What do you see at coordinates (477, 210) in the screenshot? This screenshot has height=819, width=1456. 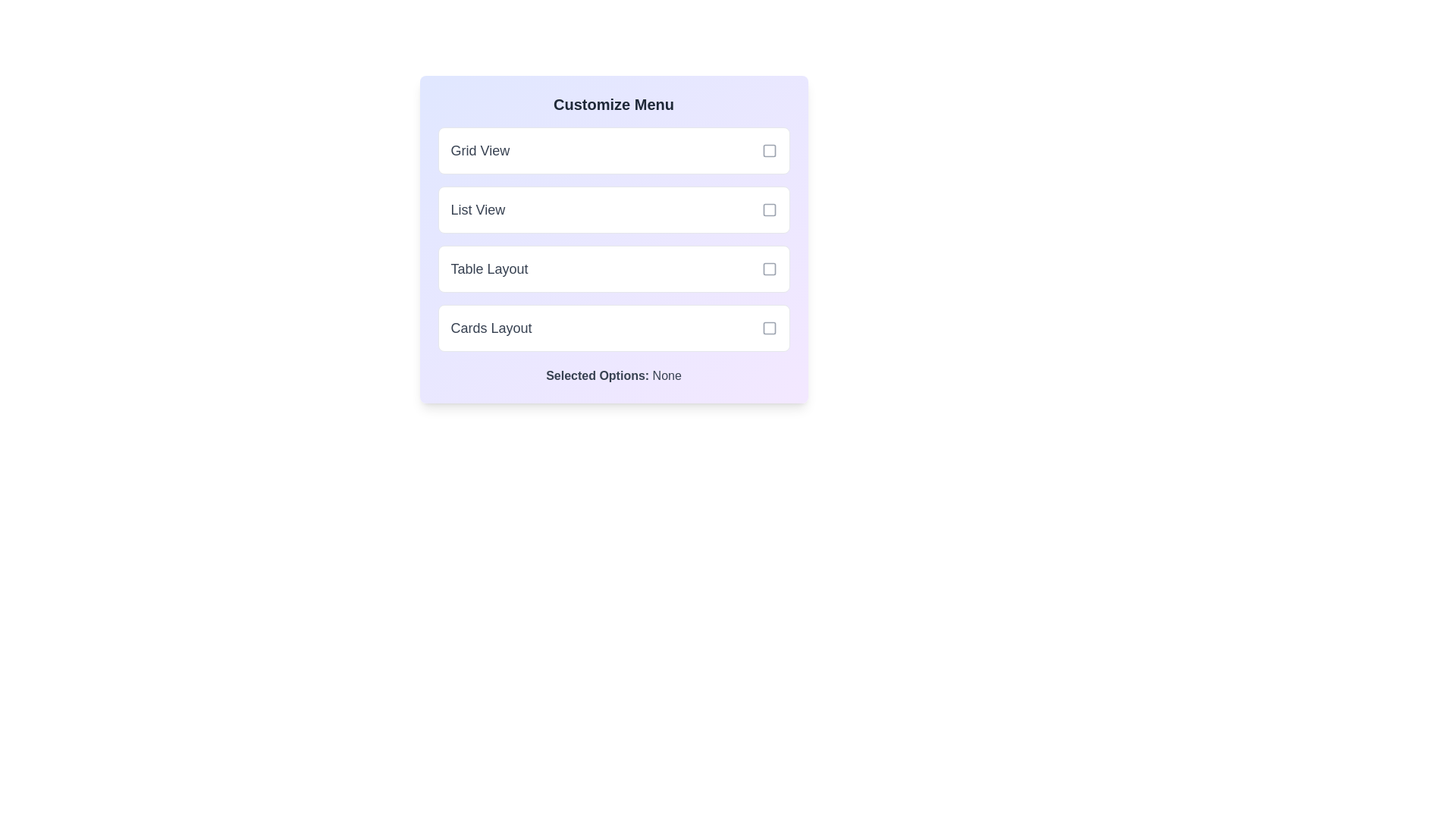 I see `text from the 'List View' text label, which is the second item in the vertical menu of options, displayed in a larger bold font style and medium gray color` at bounding box center [477, 210].